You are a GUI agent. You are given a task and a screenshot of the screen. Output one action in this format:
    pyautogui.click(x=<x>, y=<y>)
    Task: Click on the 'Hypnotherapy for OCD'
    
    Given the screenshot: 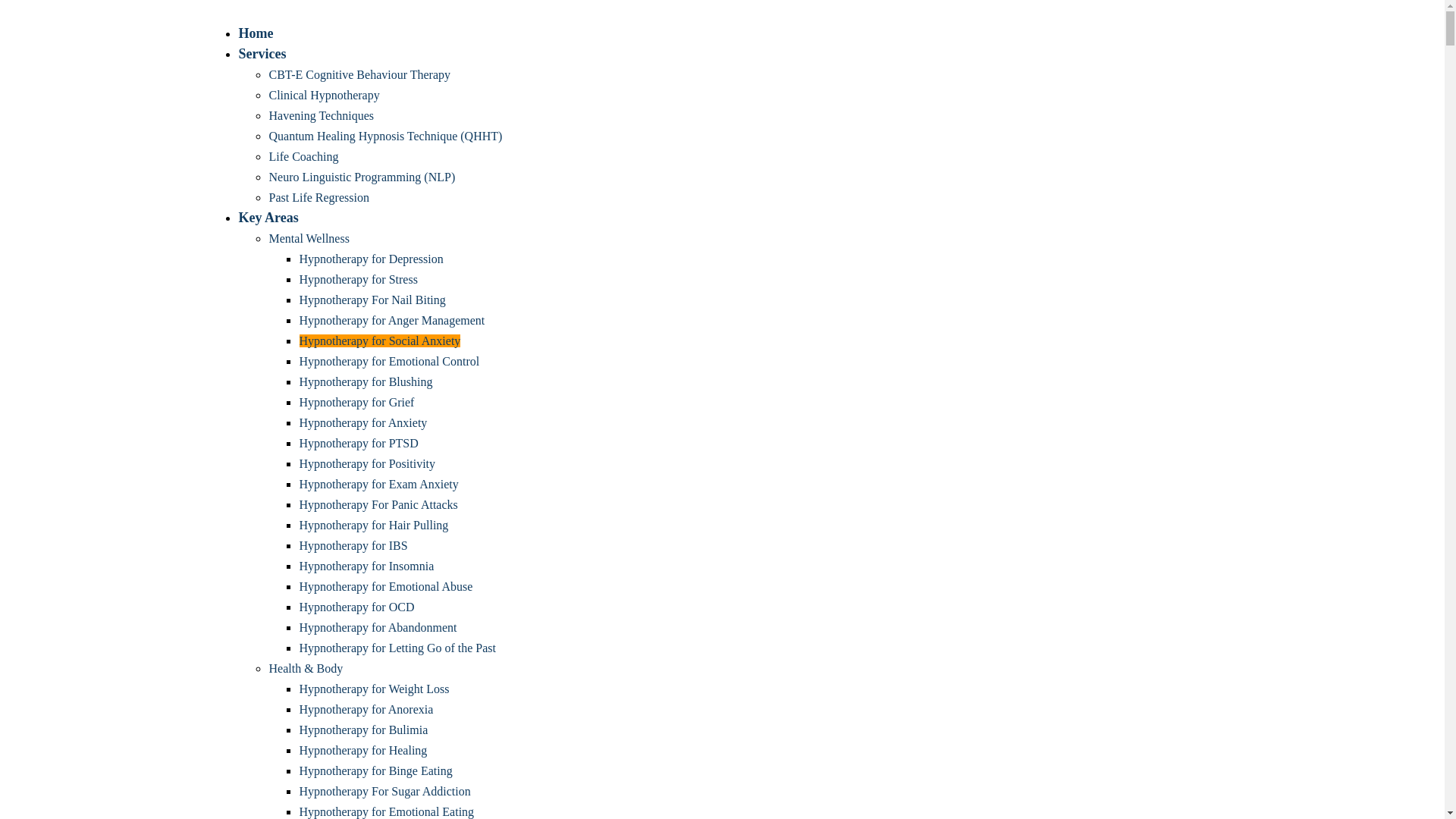 What is the action you would take?
    pyautogui.click(x=356, y=606)
    